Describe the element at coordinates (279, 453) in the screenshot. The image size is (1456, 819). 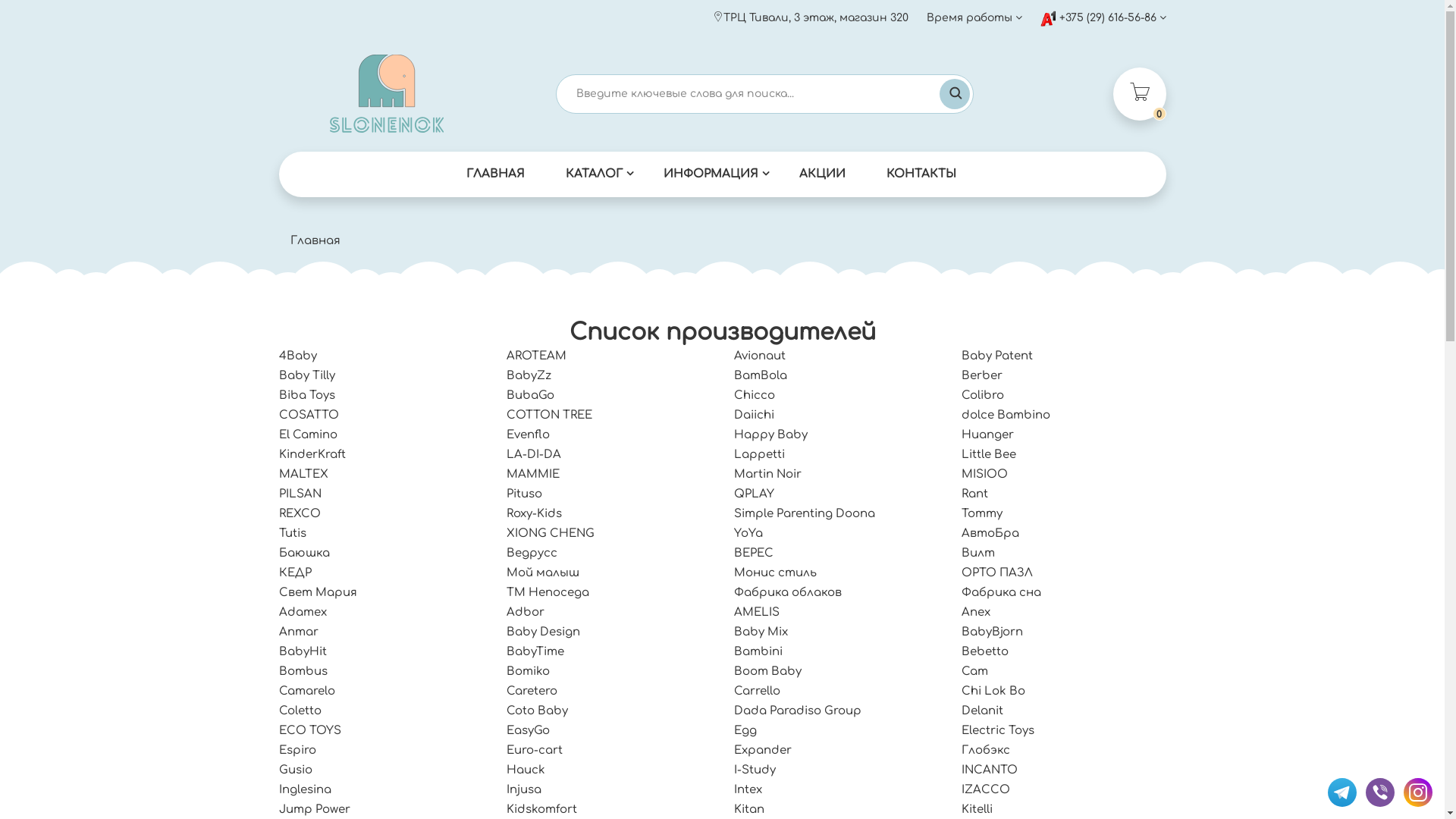
I see `'KinderKraft'` at that location.